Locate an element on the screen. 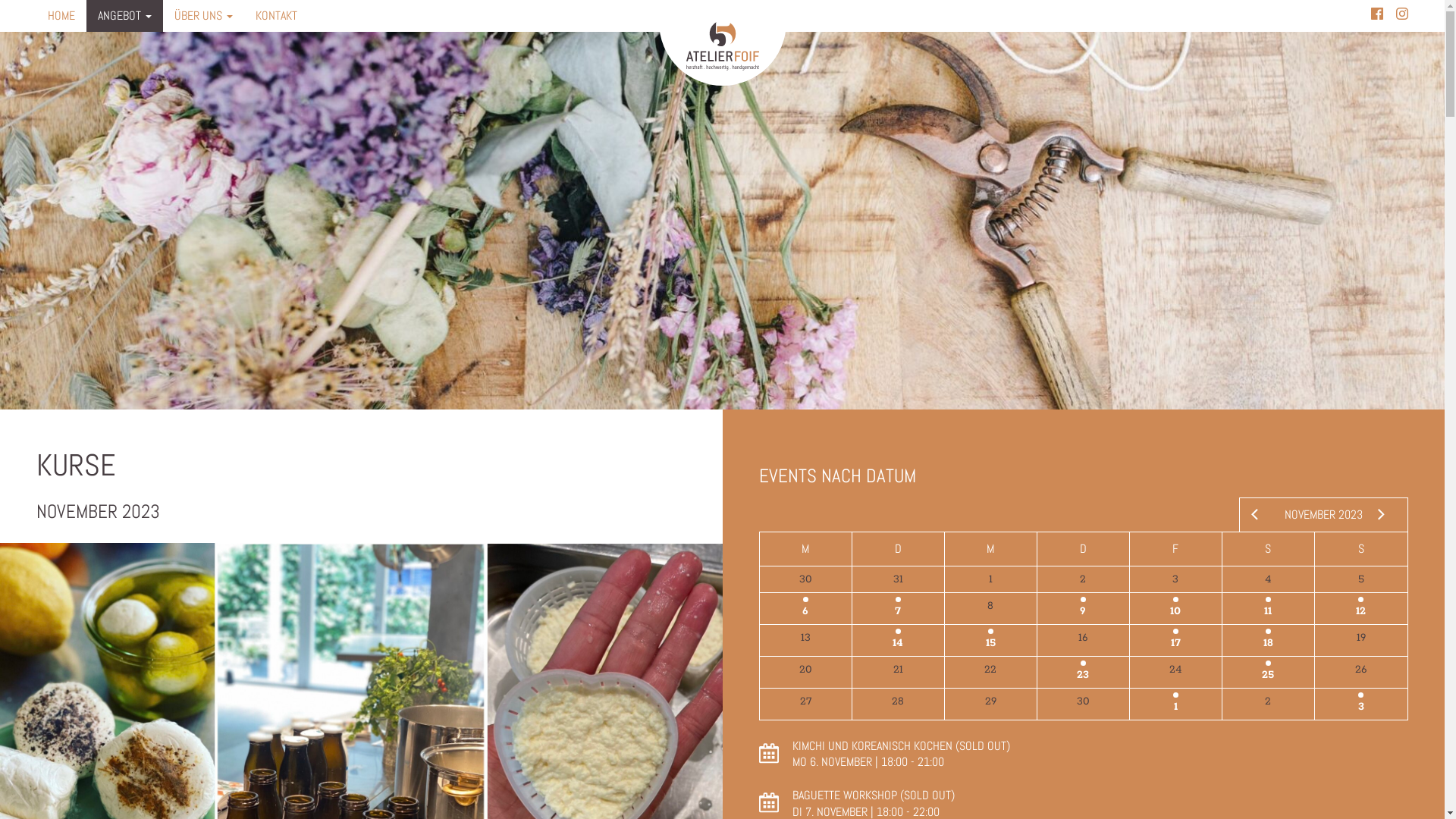 The width and height of the screenshot is (1456, 819). '0 VERANSTALTUNGEN, is located at coordinates (990, 704).